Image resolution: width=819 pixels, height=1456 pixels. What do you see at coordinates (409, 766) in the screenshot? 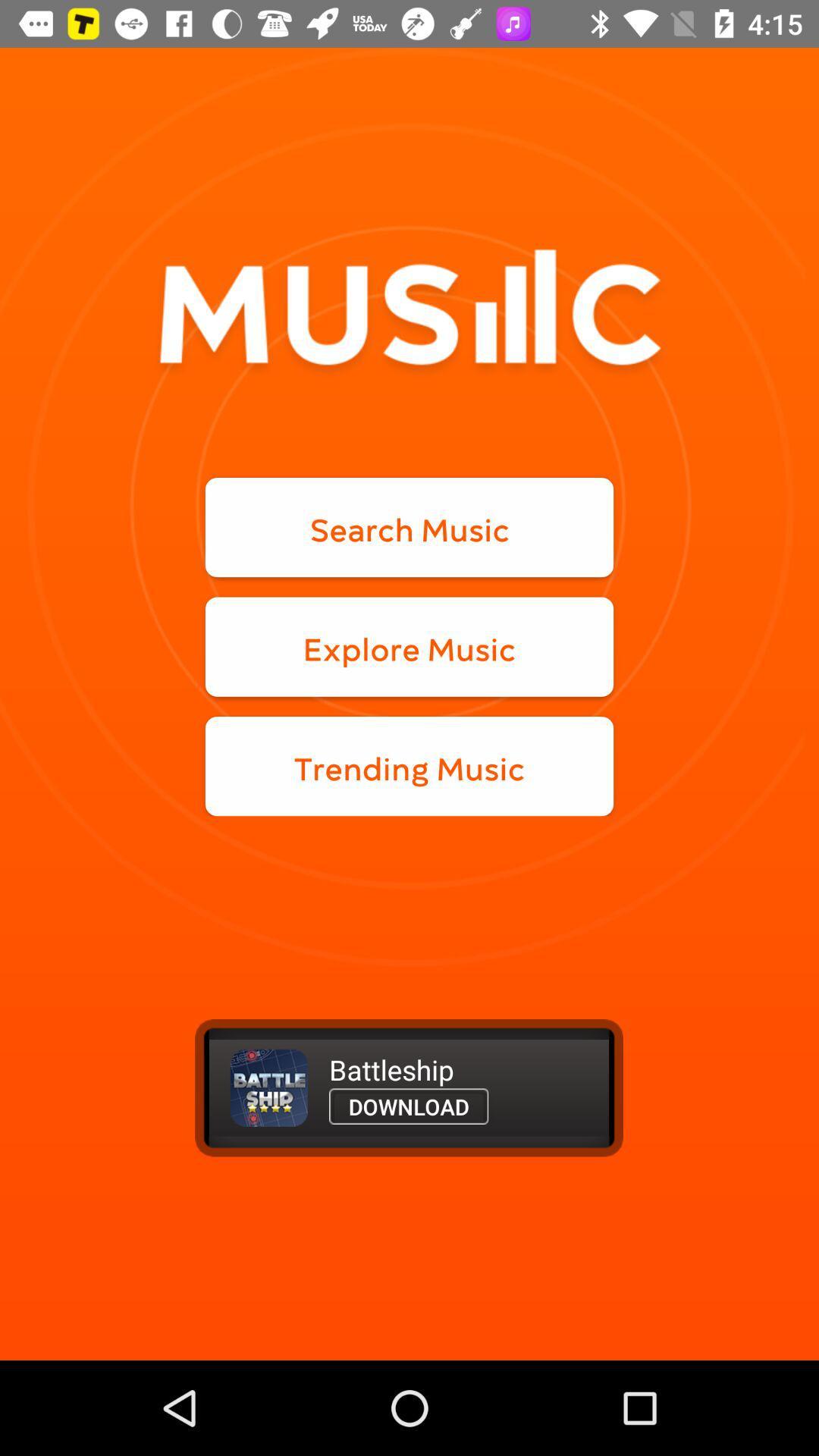
I see `trending music item` at bounding box center [409, 766].